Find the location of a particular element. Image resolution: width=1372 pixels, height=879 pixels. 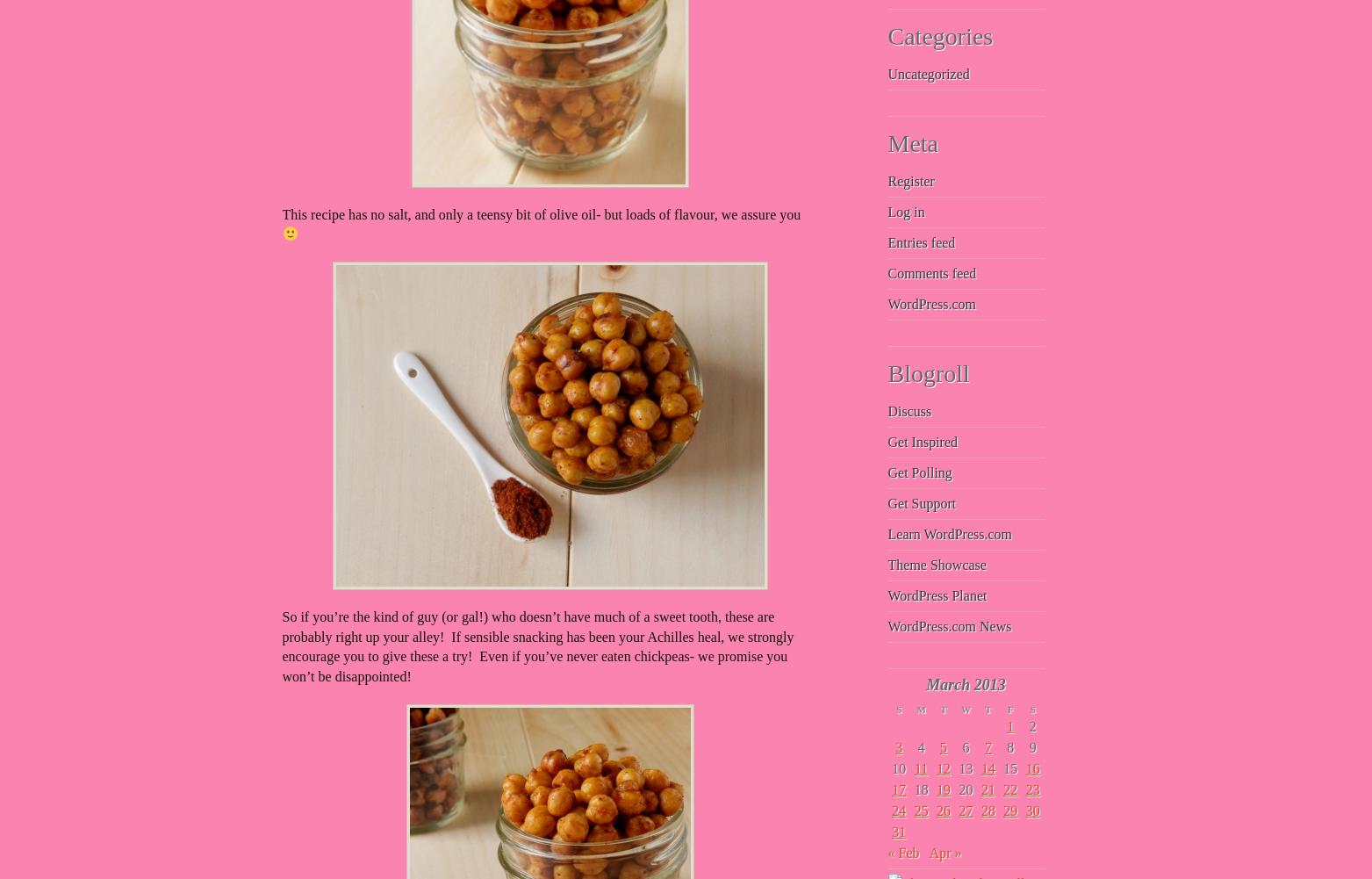

'5' is located at coordinates (944, 746).